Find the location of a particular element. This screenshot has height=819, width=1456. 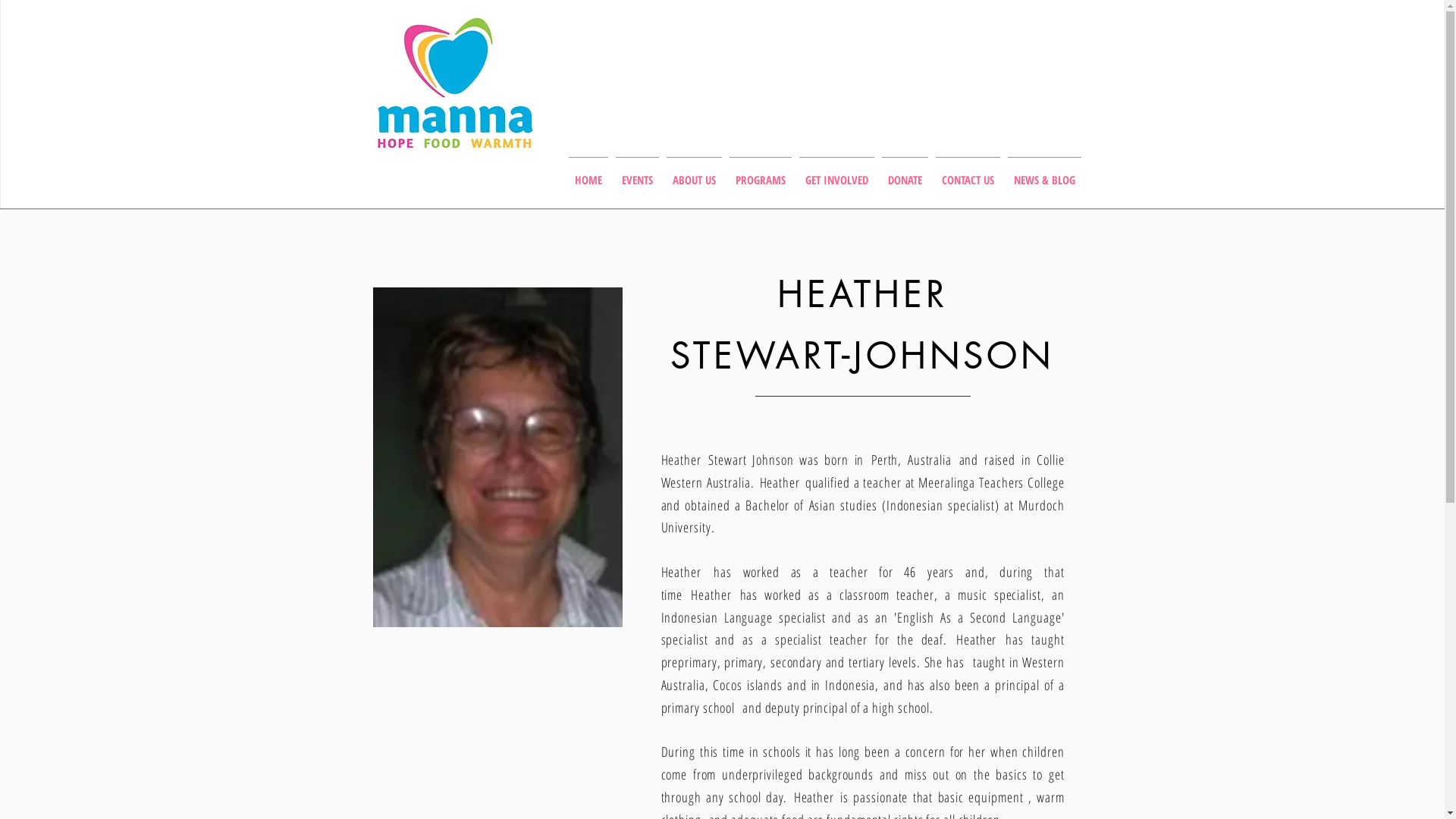

'ABOUT US' is located at coordinates (693, 171).